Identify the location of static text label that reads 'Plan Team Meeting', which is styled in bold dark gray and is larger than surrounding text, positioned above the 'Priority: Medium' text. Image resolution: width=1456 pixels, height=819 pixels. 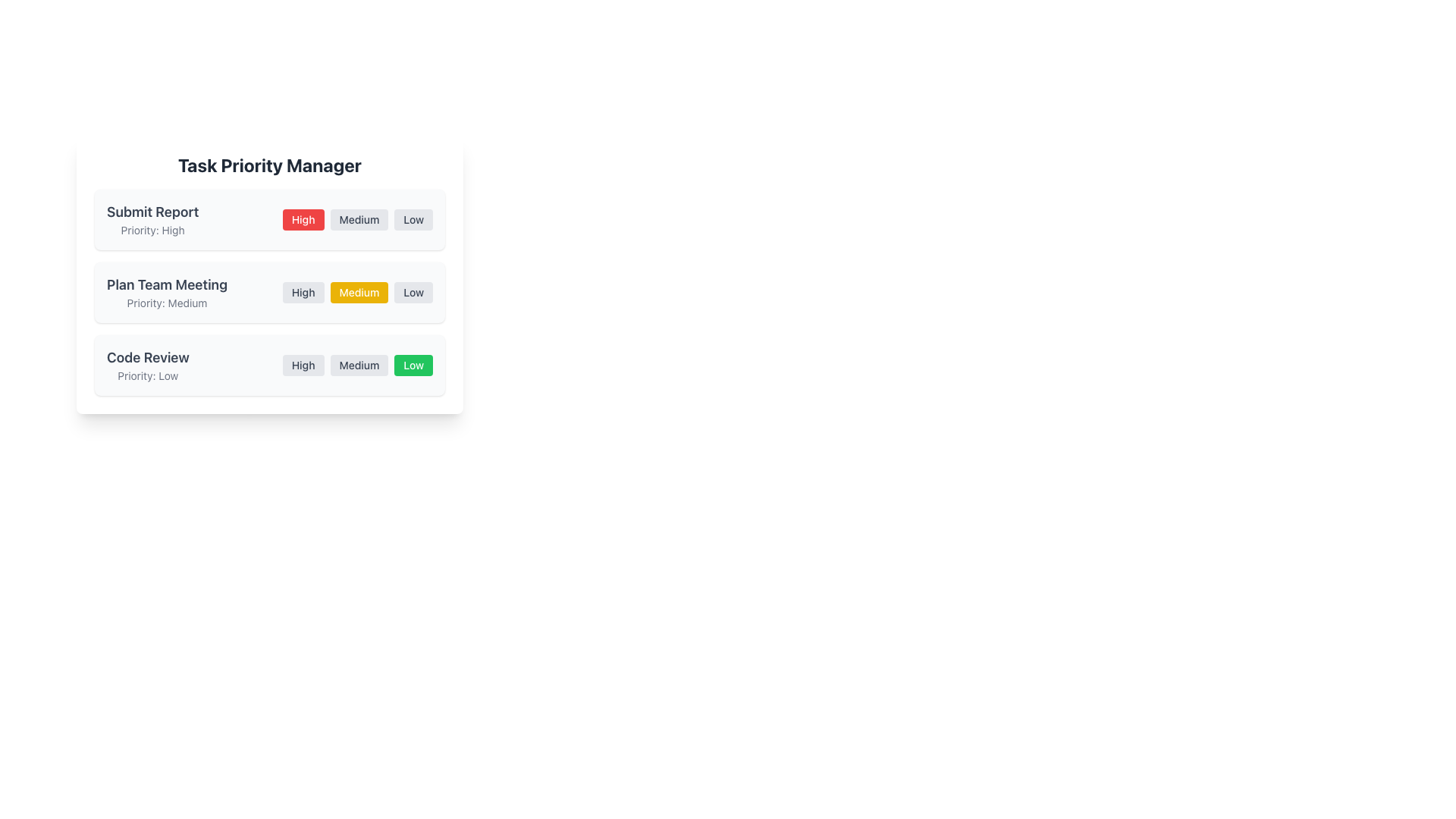
(167, 284).